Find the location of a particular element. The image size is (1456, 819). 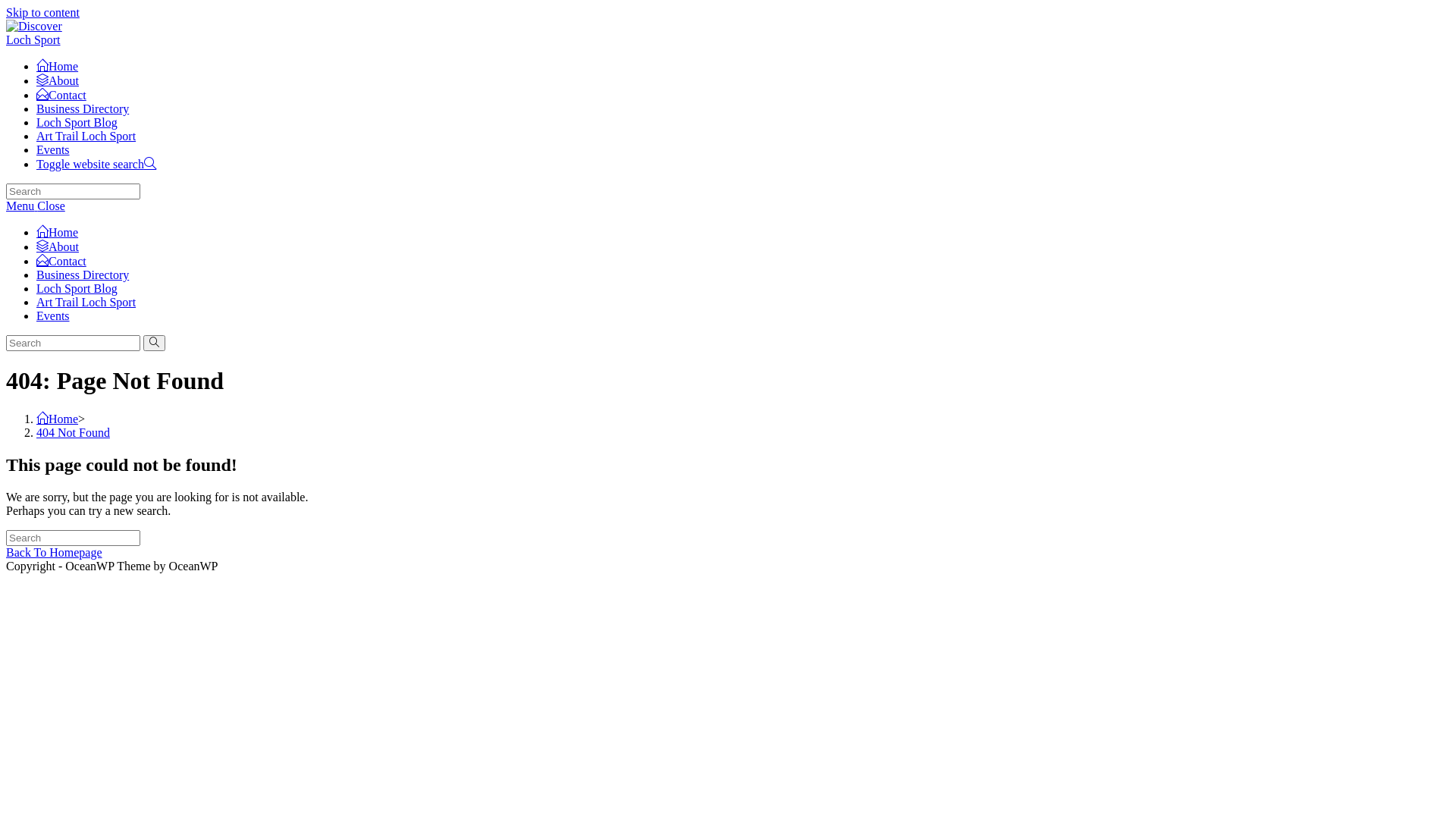

'About' is located at coordinates (58, 80).